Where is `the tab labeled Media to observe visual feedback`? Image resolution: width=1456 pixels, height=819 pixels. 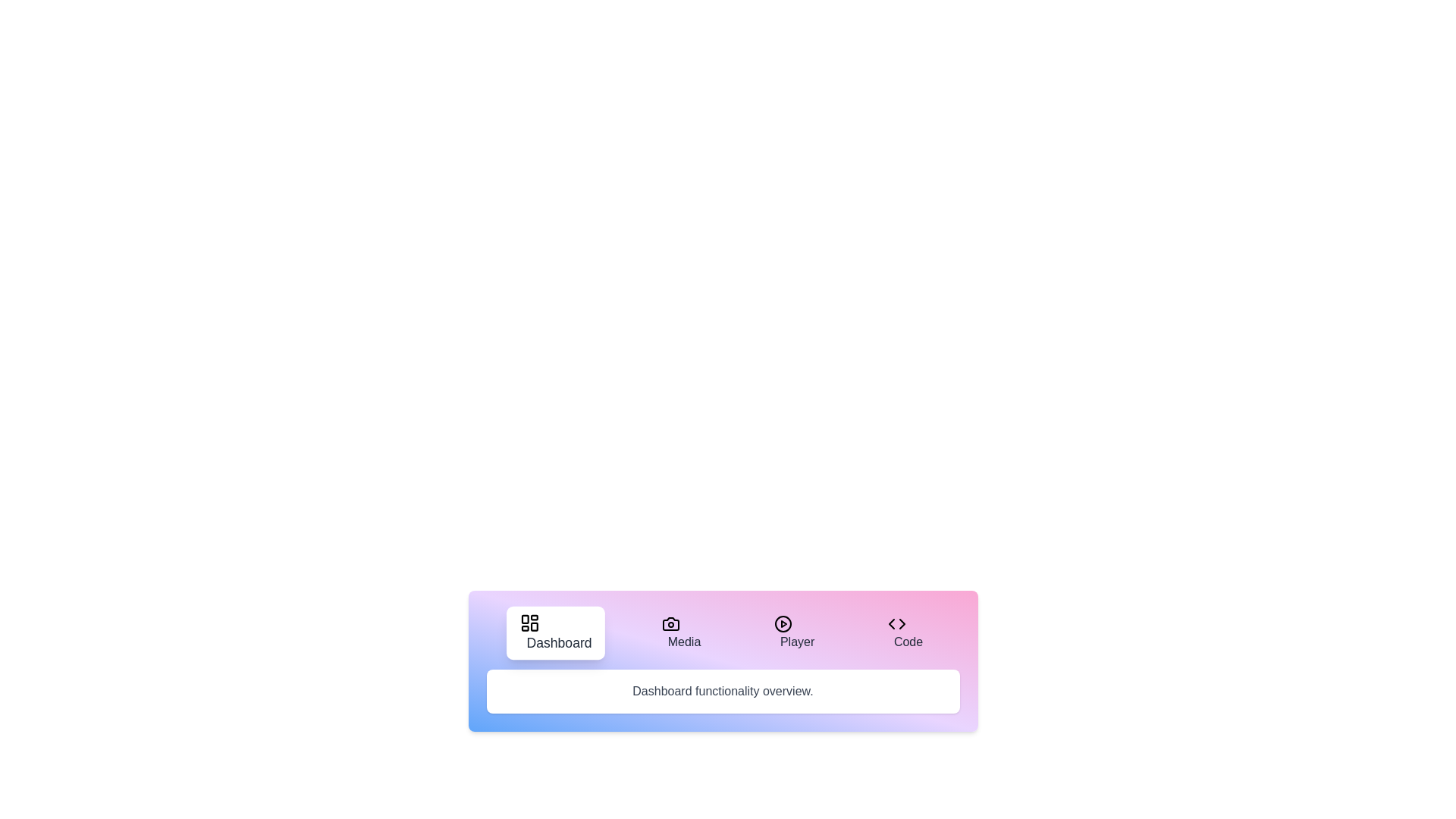
the tab labeled Media to observe visual feedback is located at coordinates (680, 632).